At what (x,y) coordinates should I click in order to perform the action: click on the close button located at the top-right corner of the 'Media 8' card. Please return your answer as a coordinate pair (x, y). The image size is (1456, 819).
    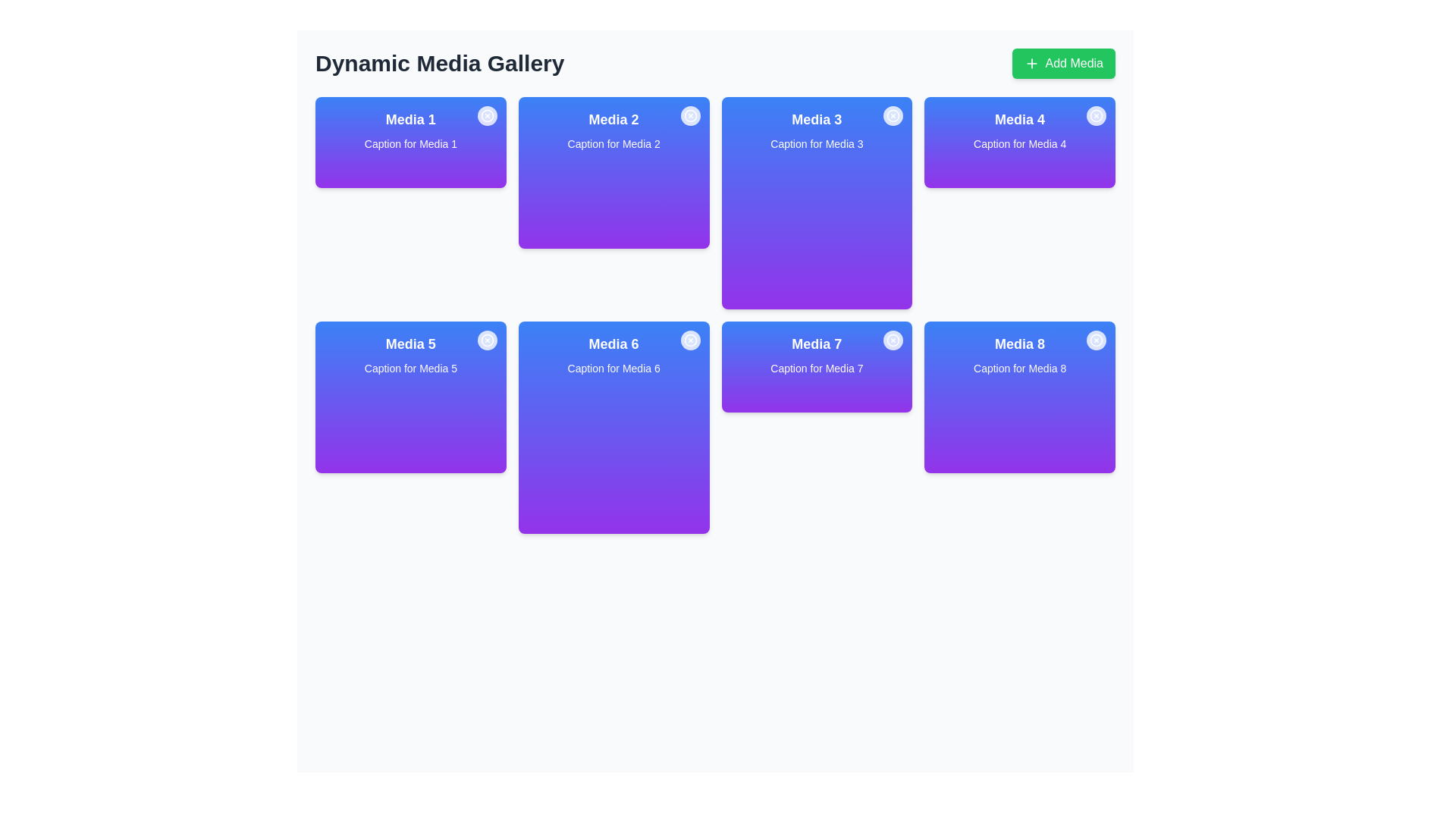
    Looking at the image, I should click on (1096, 339).